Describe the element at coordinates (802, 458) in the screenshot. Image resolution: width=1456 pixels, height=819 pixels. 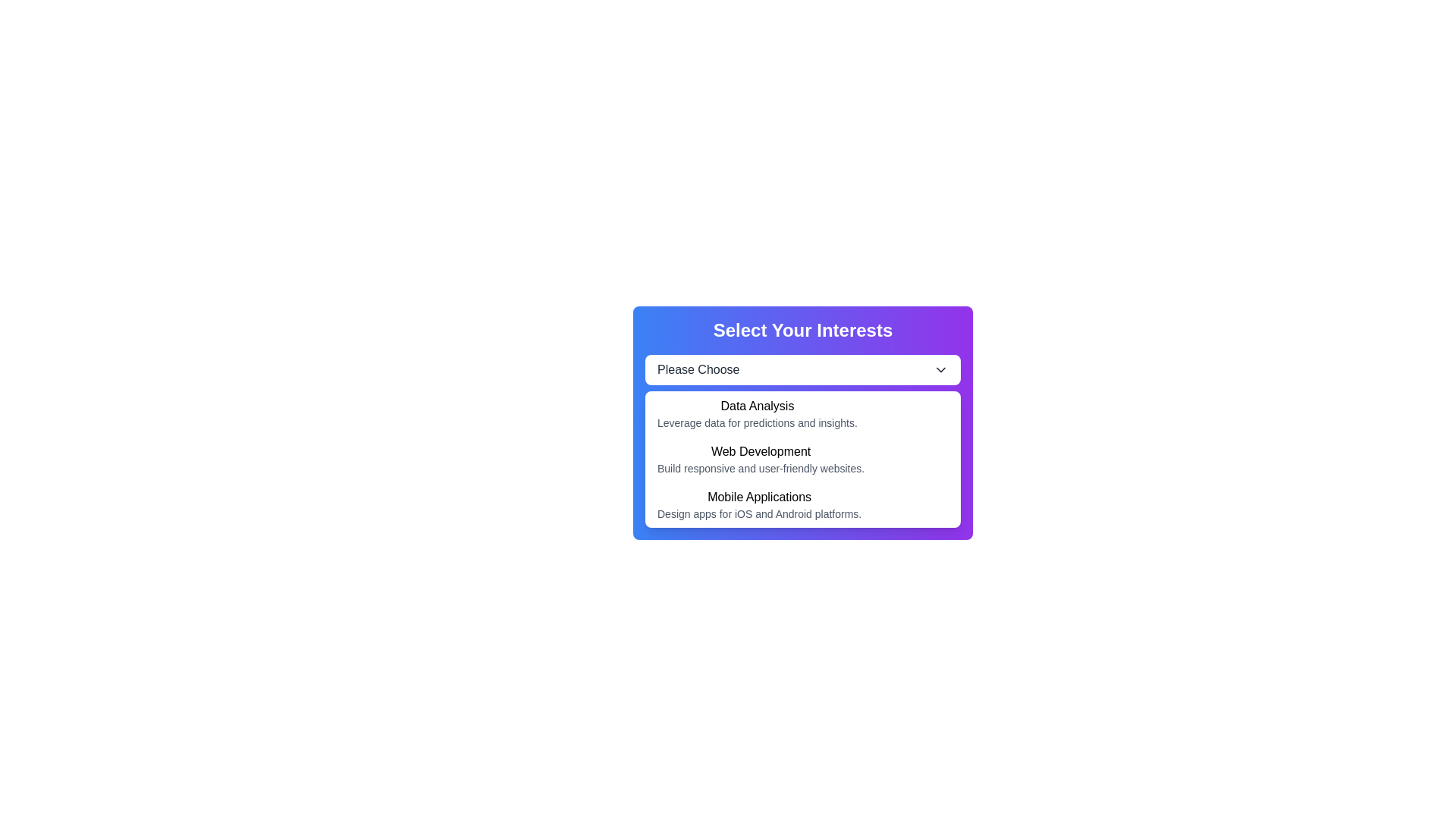
I see `the second selectable item in the dropdown list labeled 'Select Your Interests' to indicate interest in web development` at that location.